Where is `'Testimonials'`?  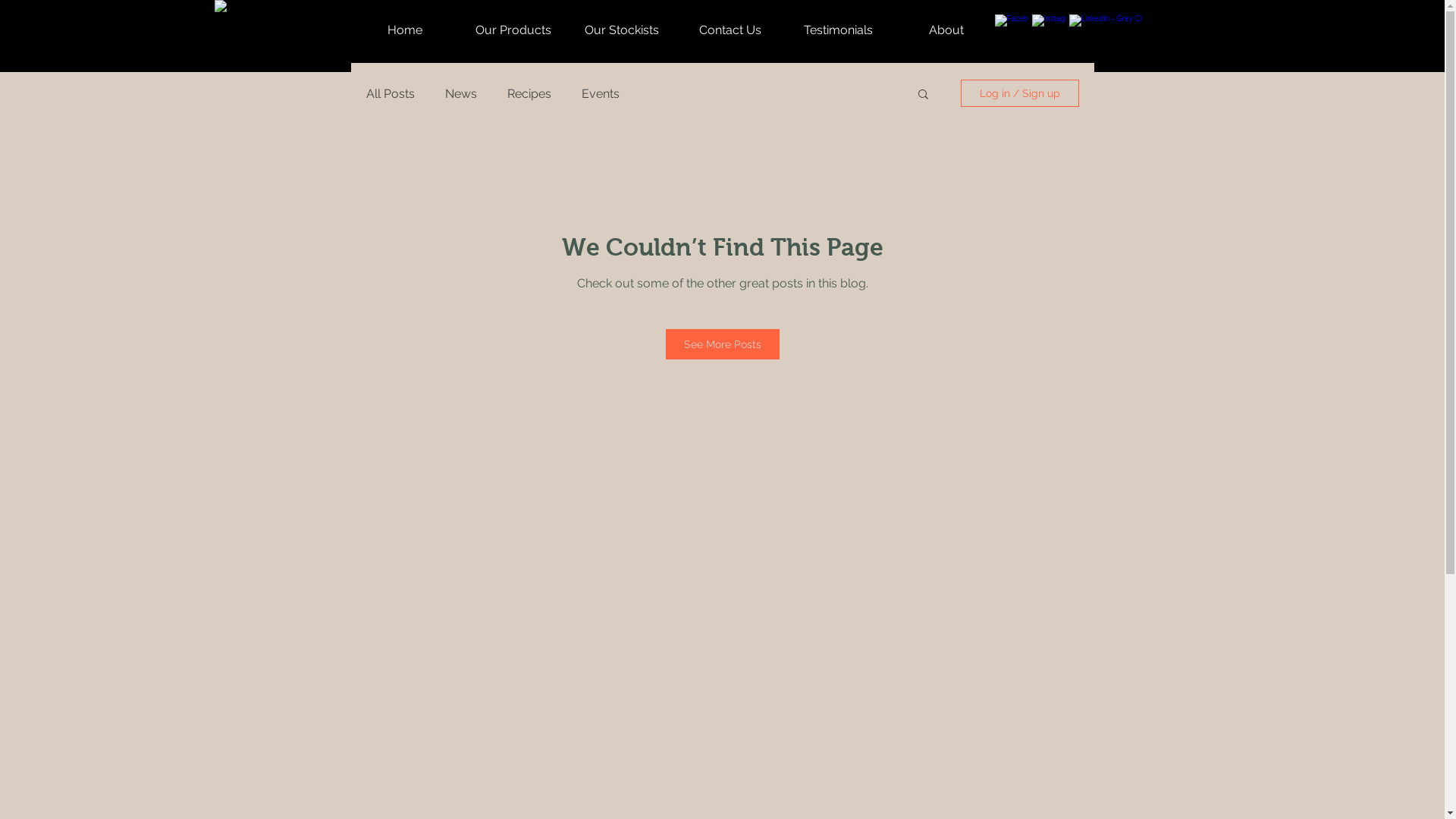 'Testimonials' is located at coordinates (836, 30).